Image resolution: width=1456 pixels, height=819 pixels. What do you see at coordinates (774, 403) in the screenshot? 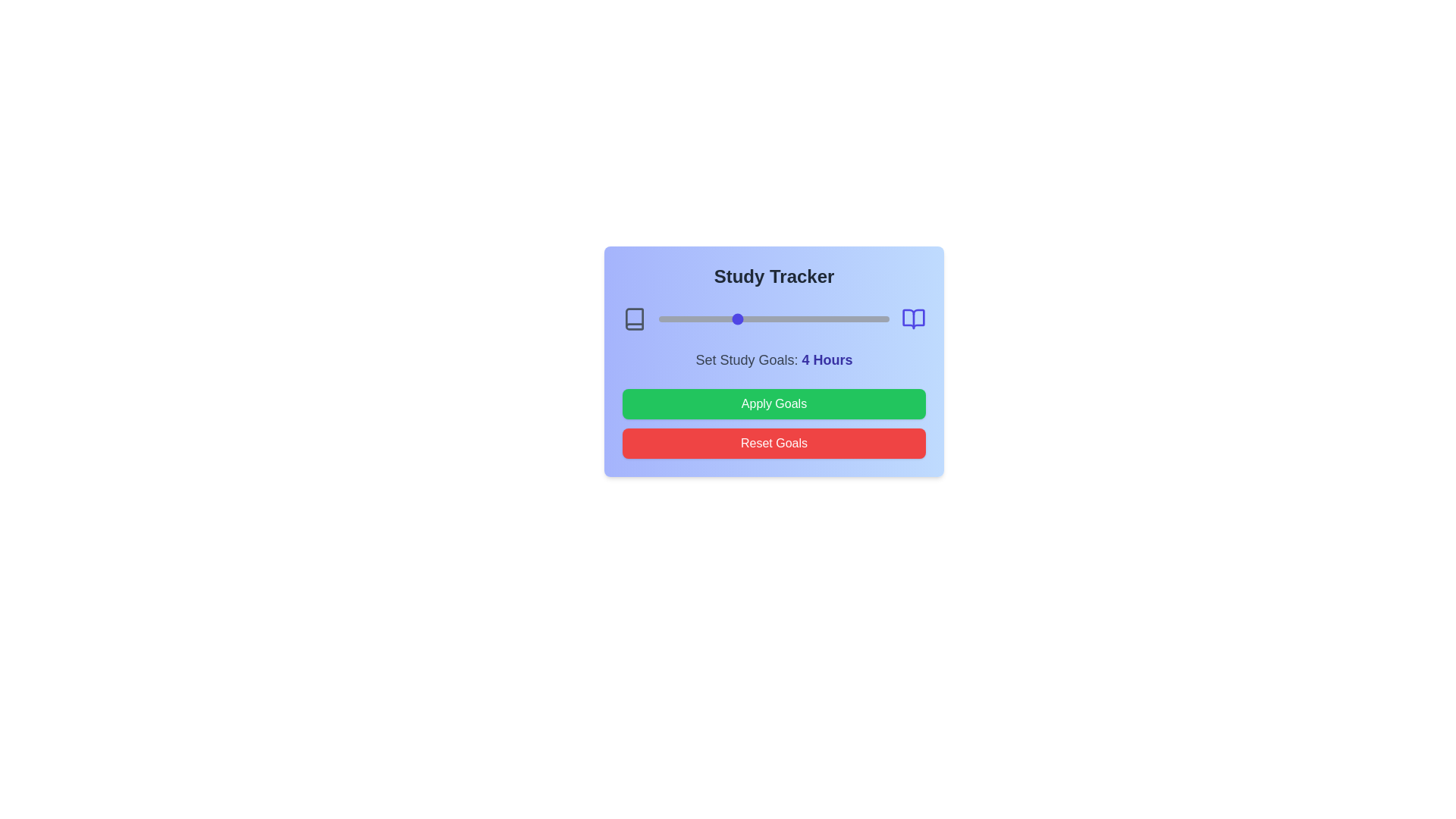
I see `the 'Apply Goals' button to apply the selected study goals` at bounding box center [774, 403].